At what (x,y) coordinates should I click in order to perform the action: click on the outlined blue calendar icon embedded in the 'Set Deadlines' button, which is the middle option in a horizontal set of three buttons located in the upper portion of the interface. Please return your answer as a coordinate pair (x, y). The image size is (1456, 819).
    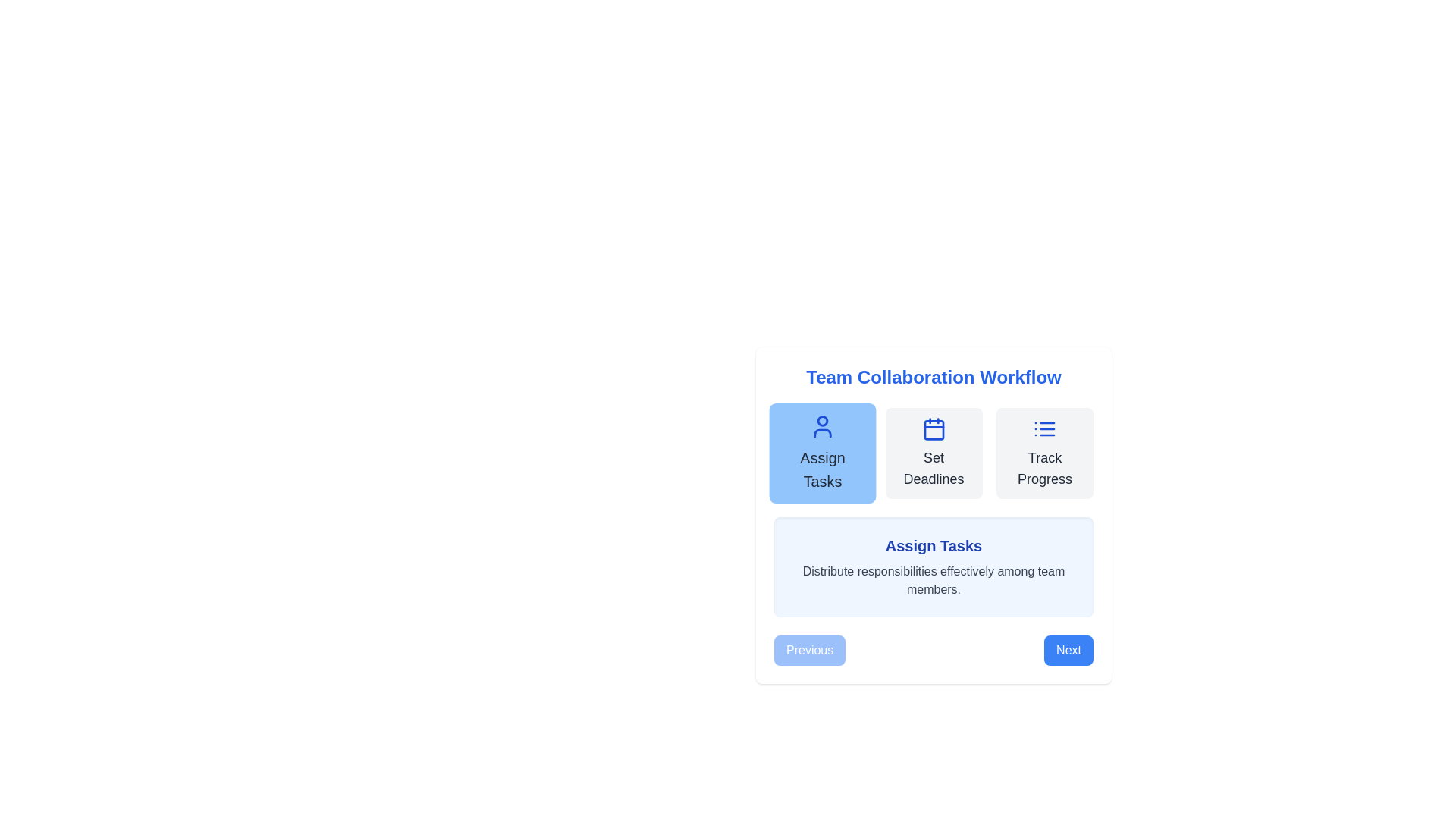
    Looking at the image, I should click on (933, 429).